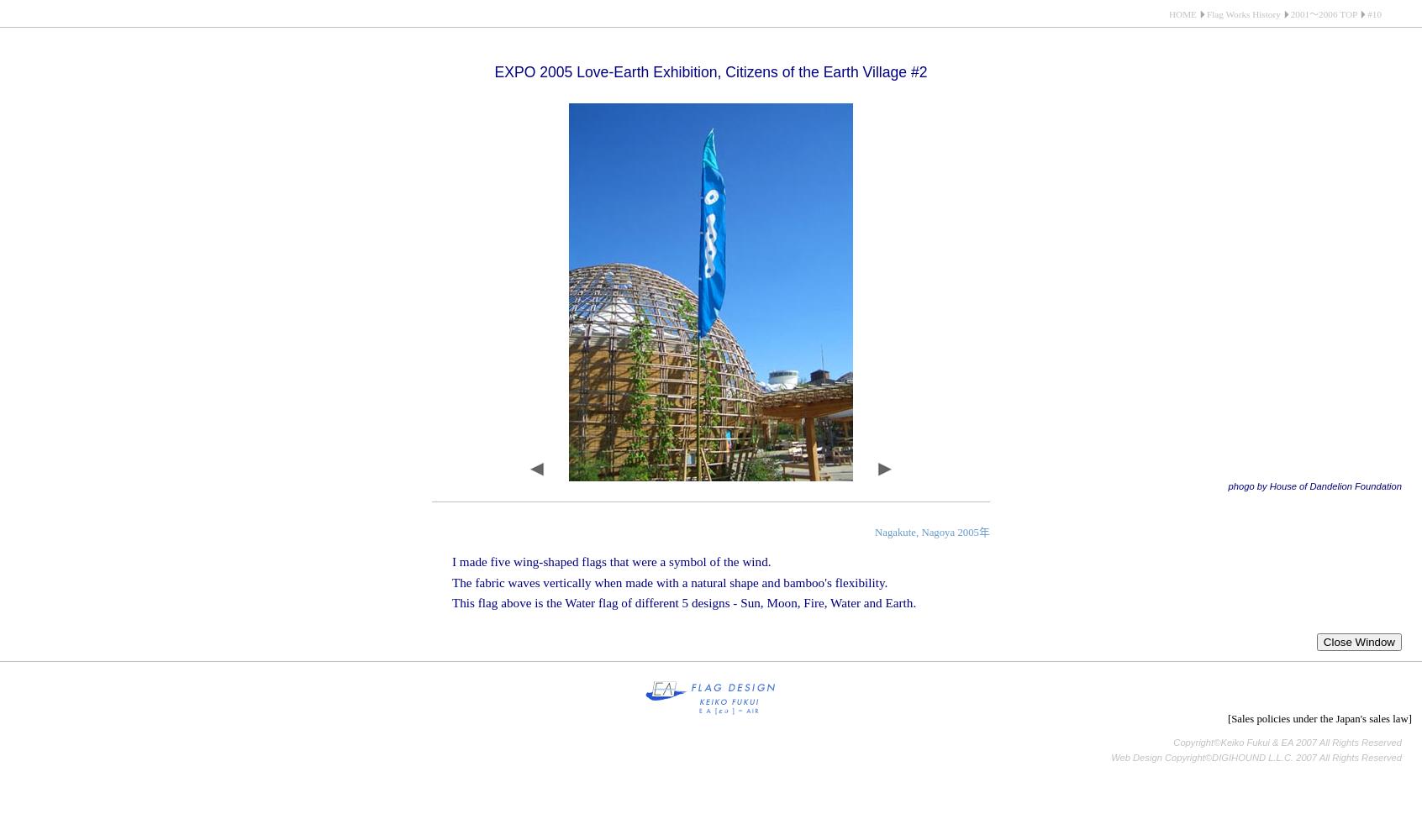  I want to click on 'I made five wing-shaped flags that were a symbol of the wind.', so click(610, 561).